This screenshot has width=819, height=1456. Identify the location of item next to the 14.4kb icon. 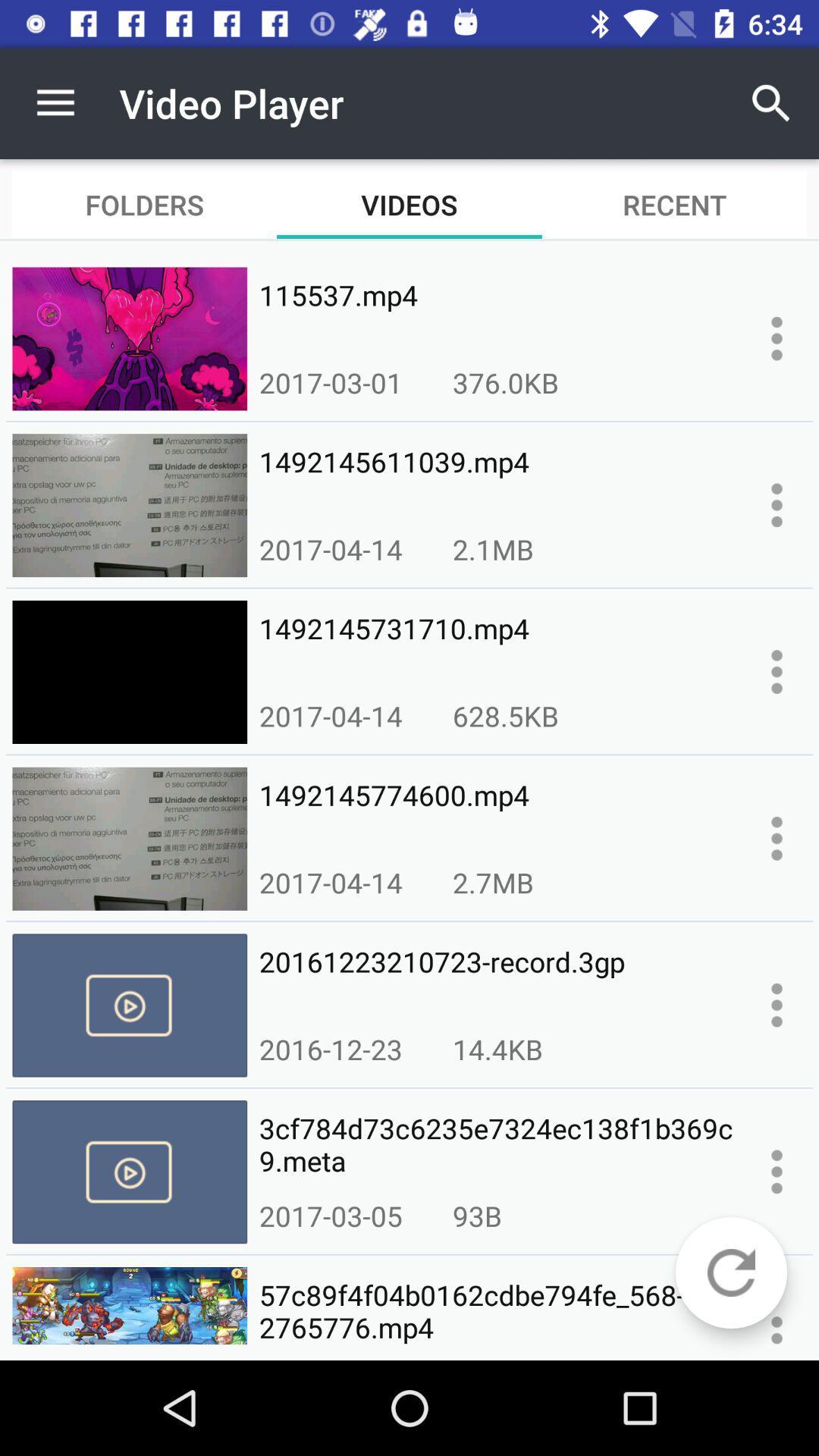
(330, 1048).